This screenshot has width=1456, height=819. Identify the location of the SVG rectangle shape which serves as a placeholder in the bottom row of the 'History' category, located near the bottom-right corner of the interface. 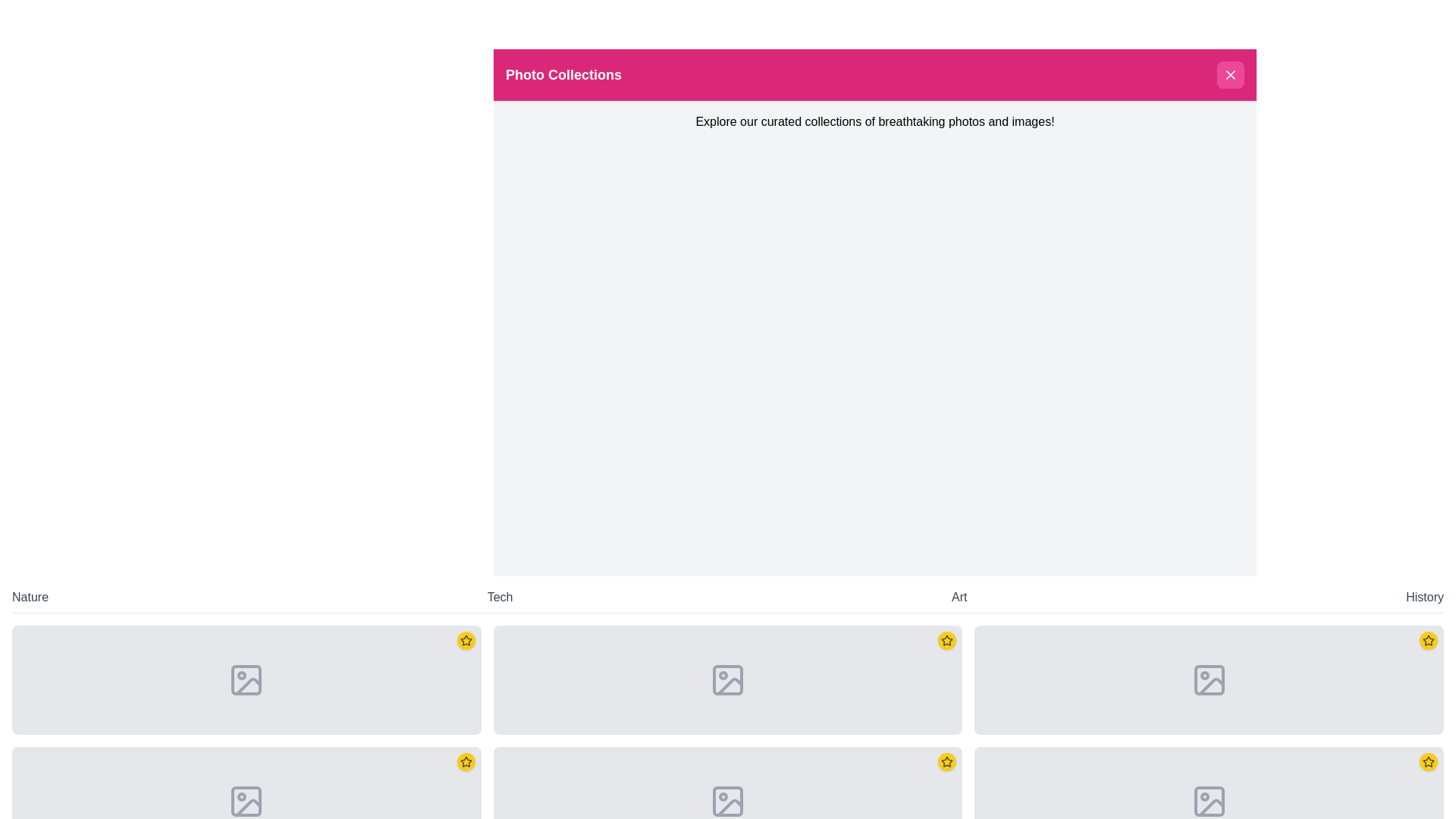
(1208, 800).